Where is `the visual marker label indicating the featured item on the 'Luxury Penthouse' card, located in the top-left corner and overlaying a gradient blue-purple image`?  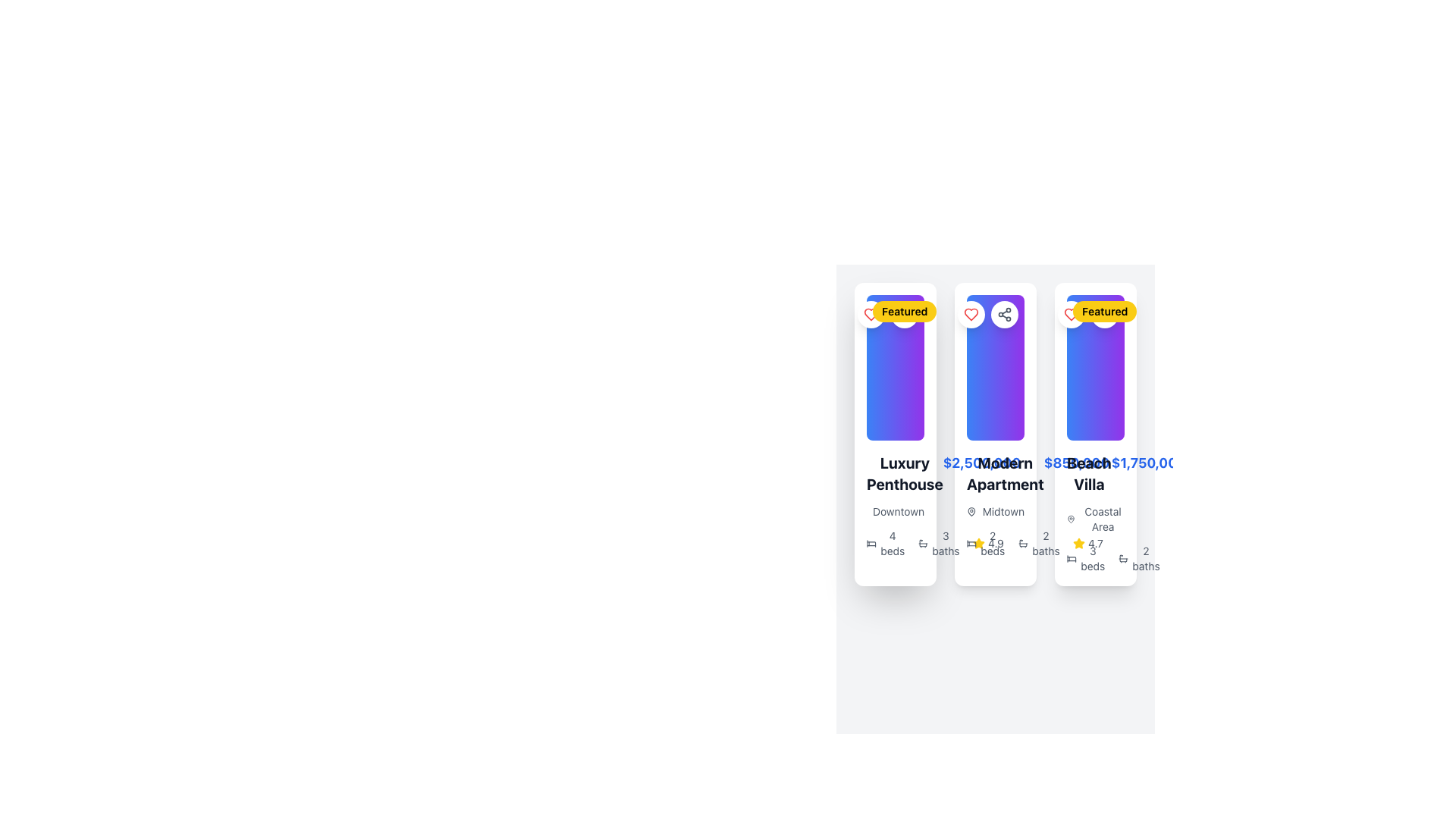 the visual marker label indicating the featured item on the 'Luxury Penthouse' card, located in the top-left corner and overlaying a gradient blue-purple image is located at coordinates (905, 311).